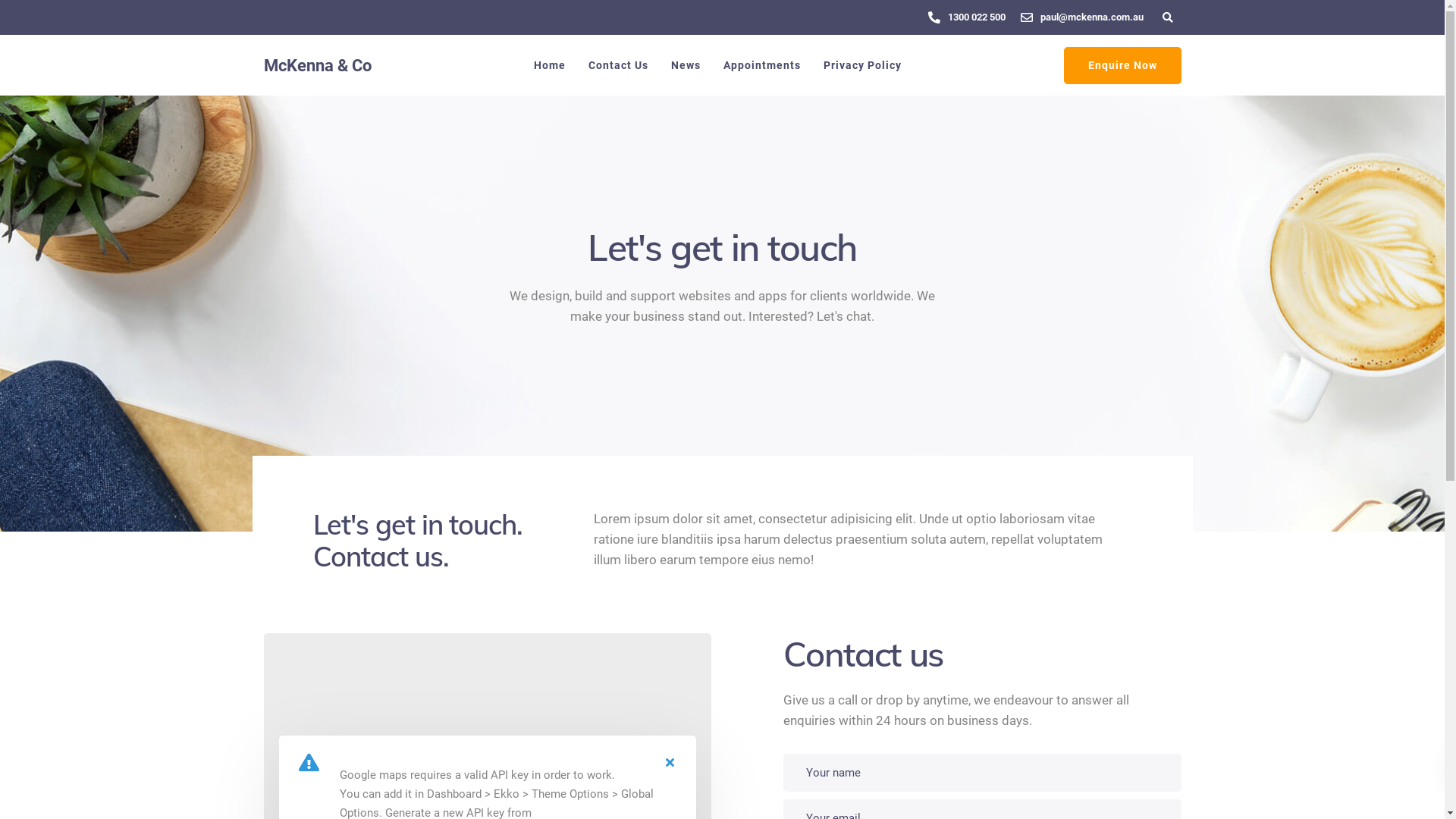 This screenshot has width=1456, height=819. I want to click on 'Privacy Policy', so click(861, 64).